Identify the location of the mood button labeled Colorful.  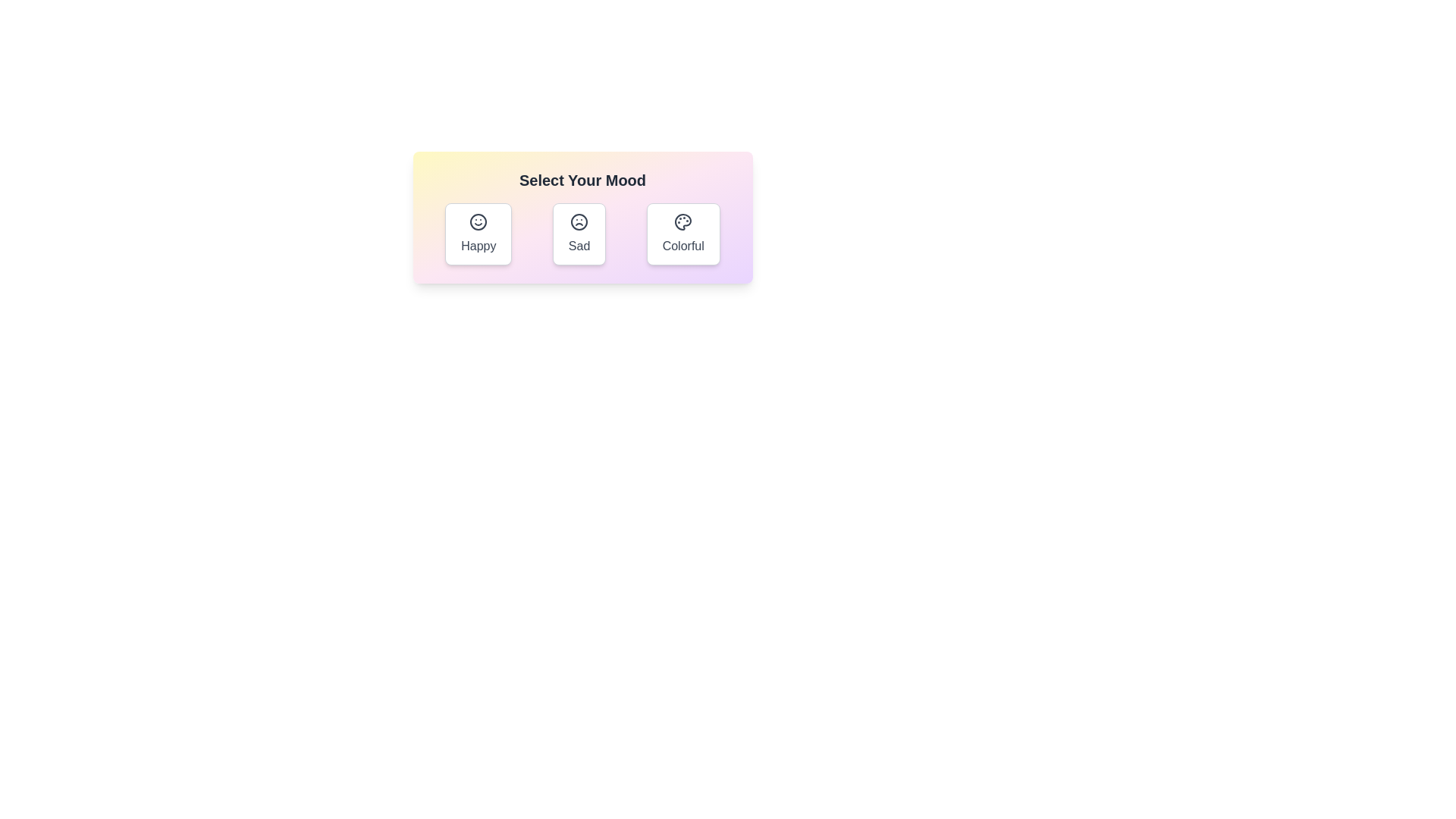
(682, 234).